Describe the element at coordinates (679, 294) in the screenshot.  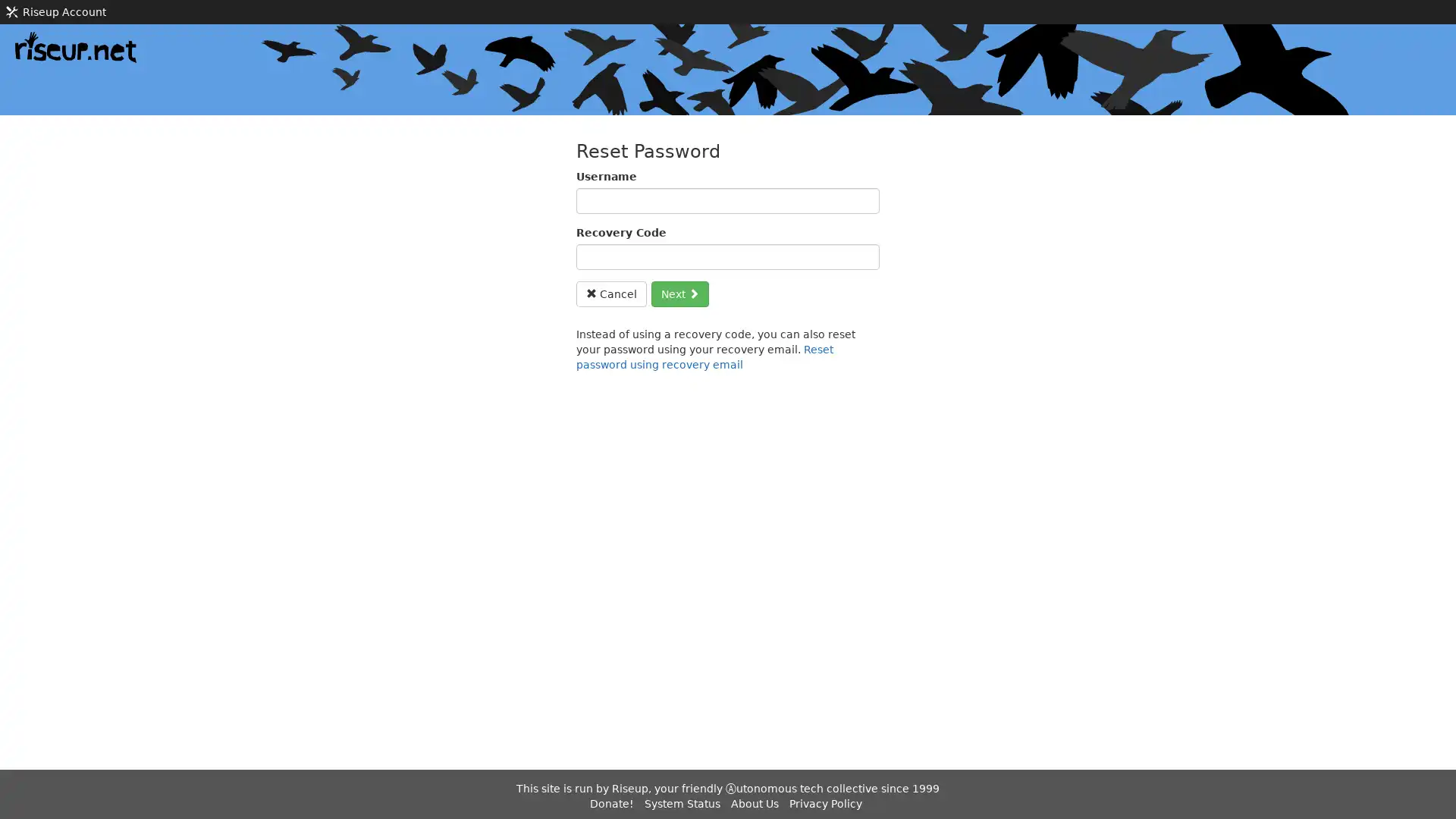
I see `Next` at that location.